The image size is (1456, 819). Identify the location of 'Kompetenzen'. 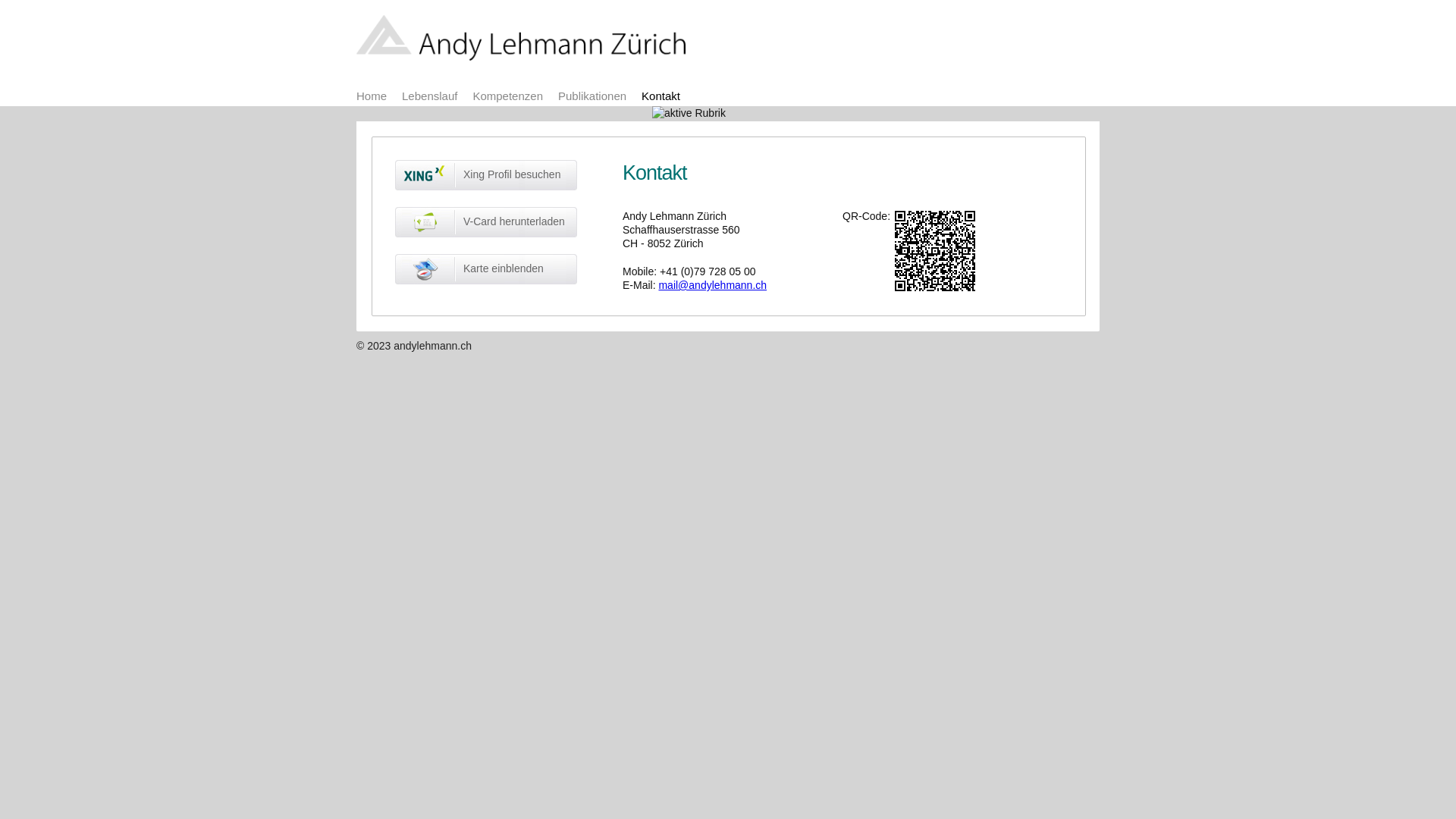
(507, 96).